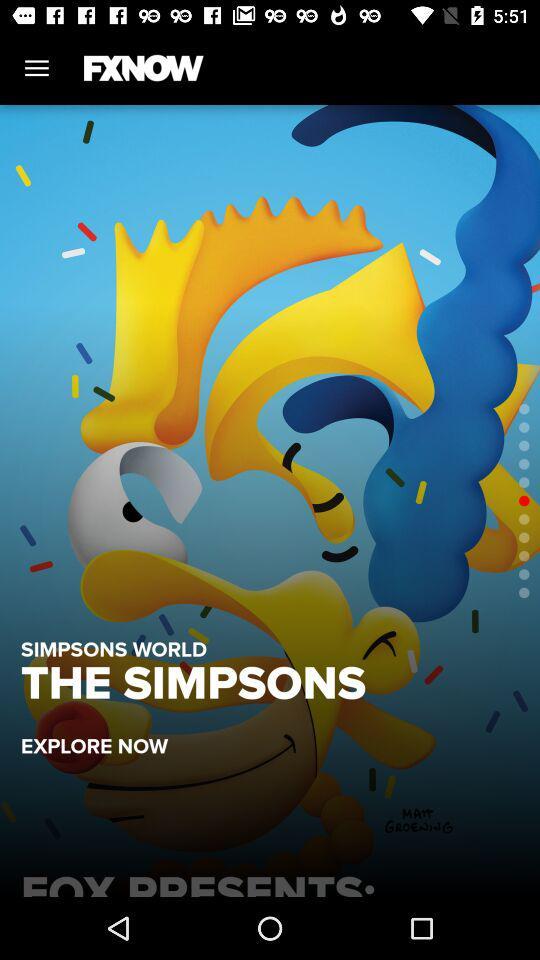 The image size is (540, 960). What do you see at coordinates (104, 735) in the screenshot?
I see `item above fox presents: pitch` at bounding box center [104, 735].